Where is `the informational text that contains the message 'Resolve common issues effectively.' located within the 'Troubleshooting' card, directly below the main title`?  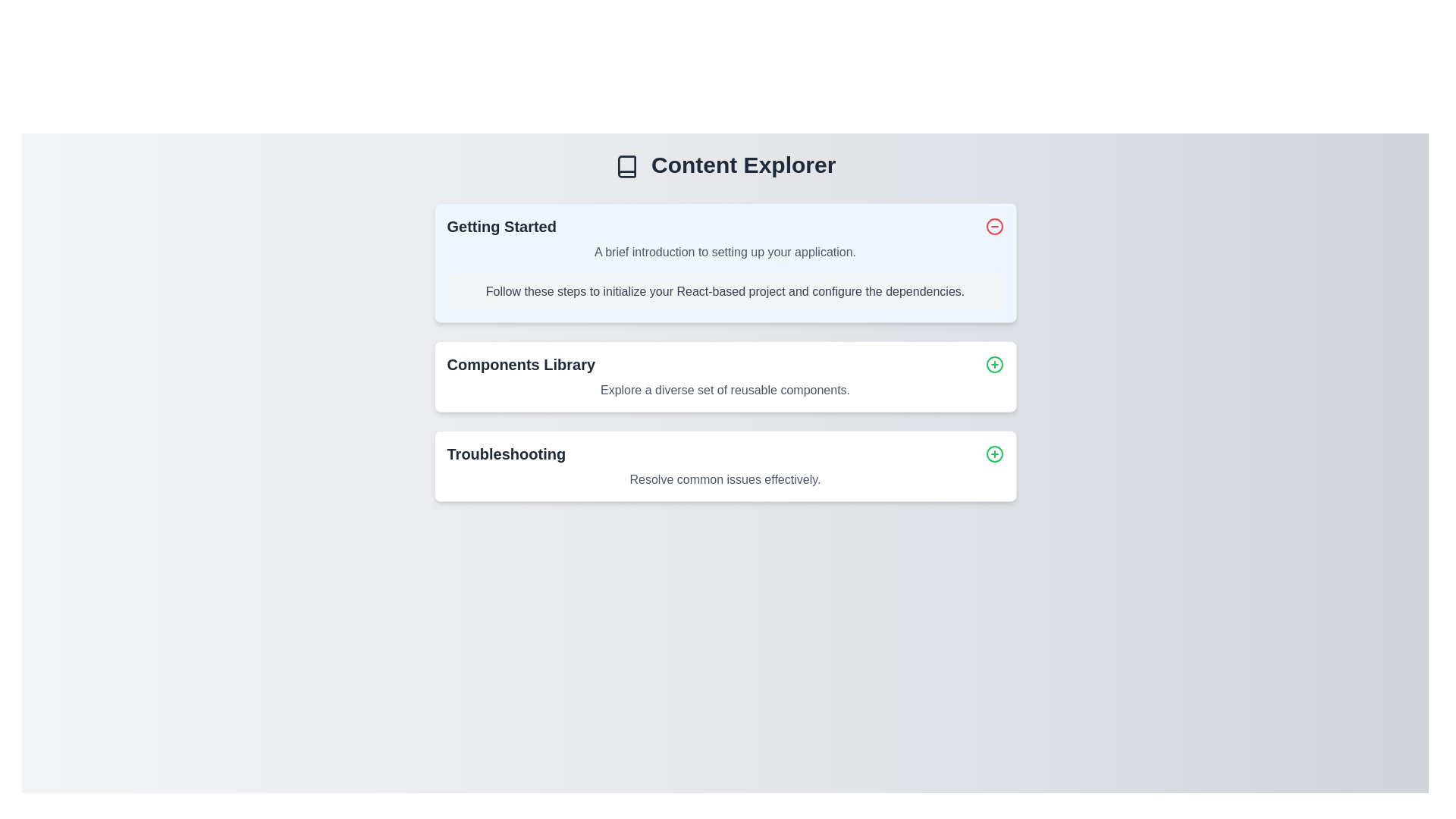
the informational text that contains the message 'Resolve common issues effectively.' located within the 'Troubleshooting' card, directly below the main title is located at coordinates (724, 480).